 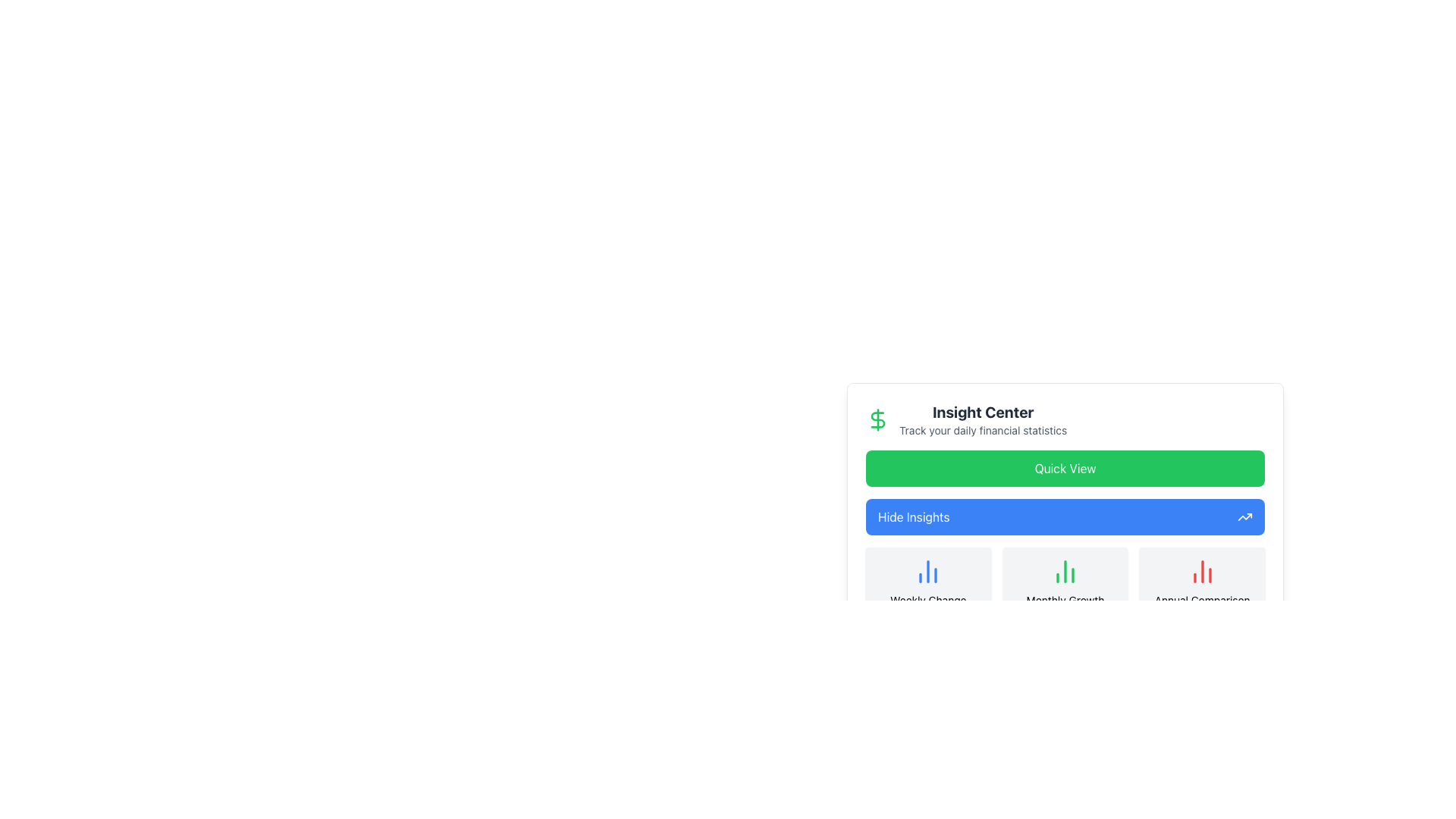 I want to click on the upward trending arrow icon located on the right side of the 'Hide Insights' button, so click(x=1244, y=516).